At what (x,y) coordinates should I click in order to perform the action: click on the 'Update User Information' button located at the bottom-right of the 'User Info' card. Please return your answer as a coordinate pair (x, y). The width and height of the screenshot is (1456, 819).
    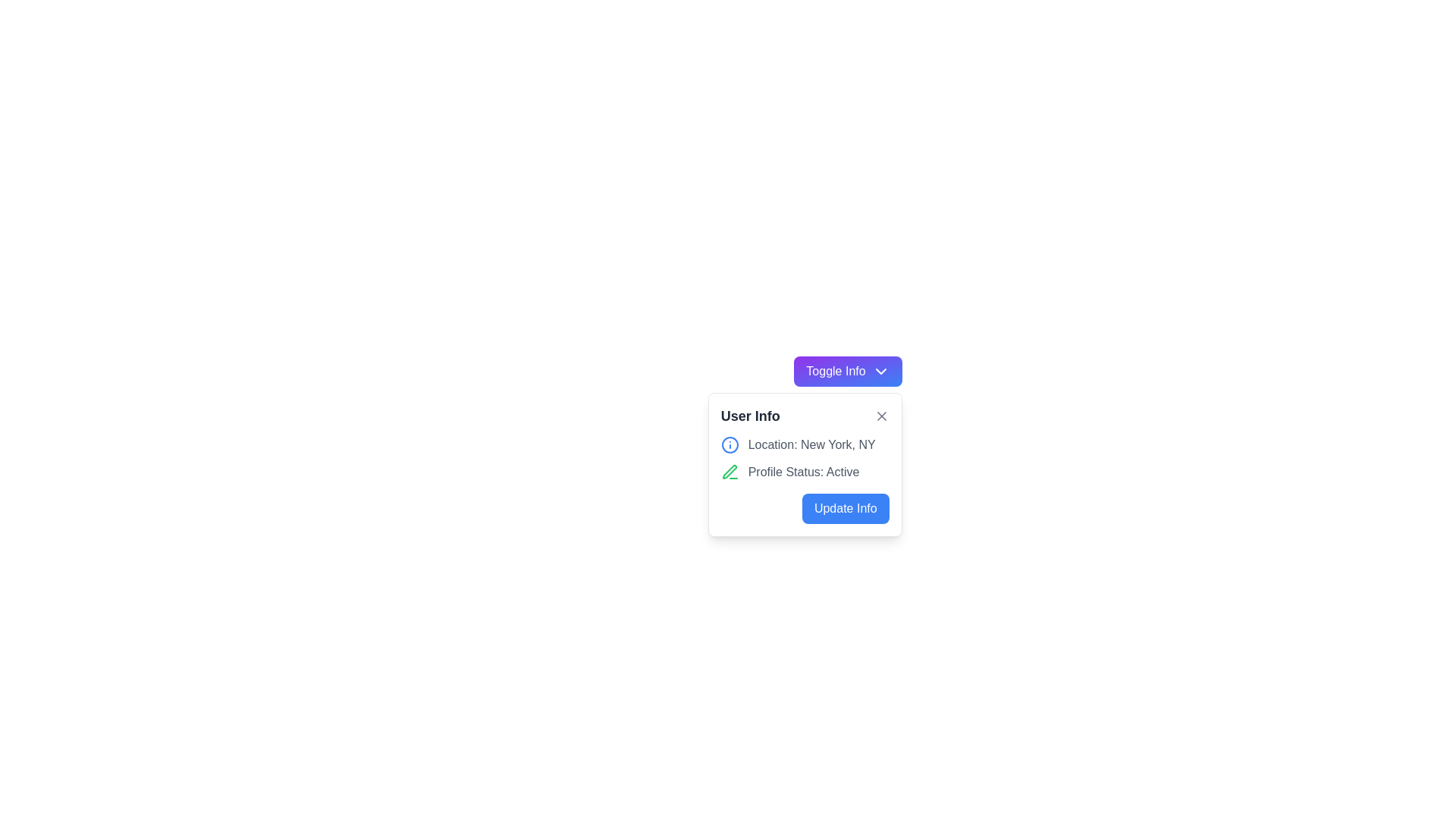
    Looking at the image, I should click on (804, 509).